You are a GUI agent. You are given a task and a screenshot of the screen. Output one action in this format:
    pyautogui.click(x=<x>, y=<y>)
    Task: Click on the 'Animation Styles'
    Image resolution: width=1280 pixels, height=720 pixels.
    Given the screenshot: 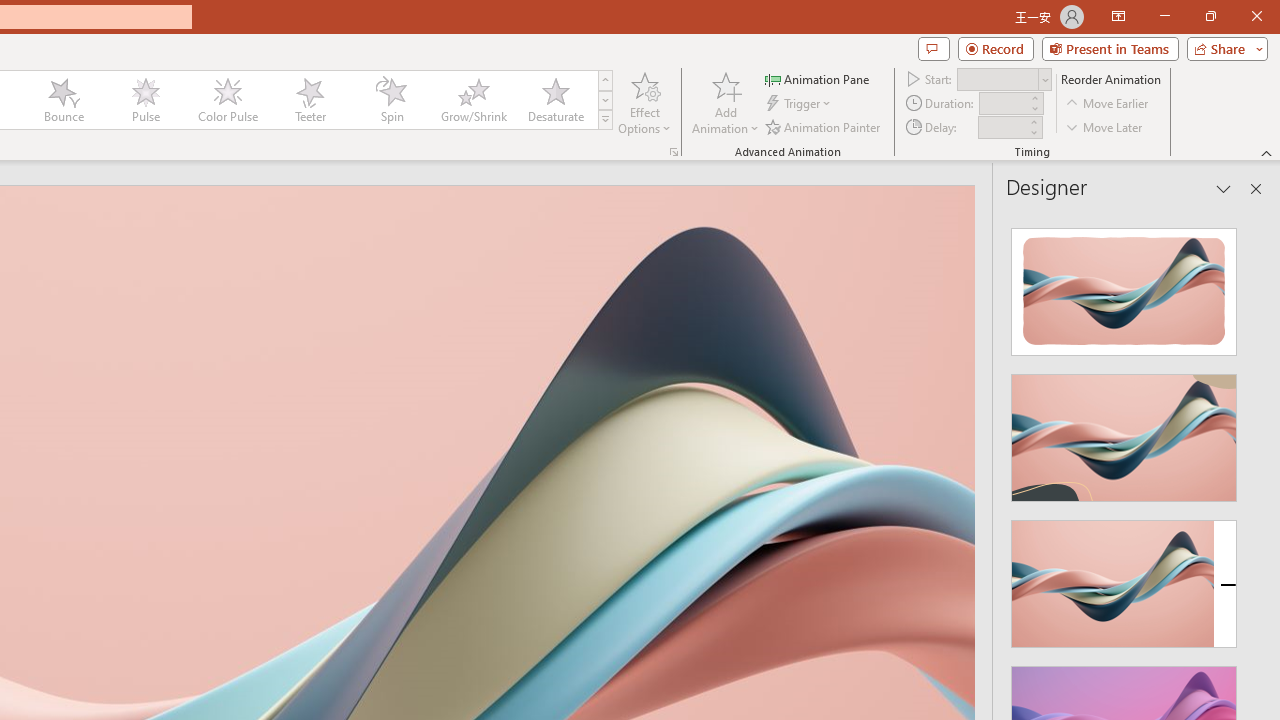 What is the action you would take?
    pyautogui.click(x=604, y=120)
    